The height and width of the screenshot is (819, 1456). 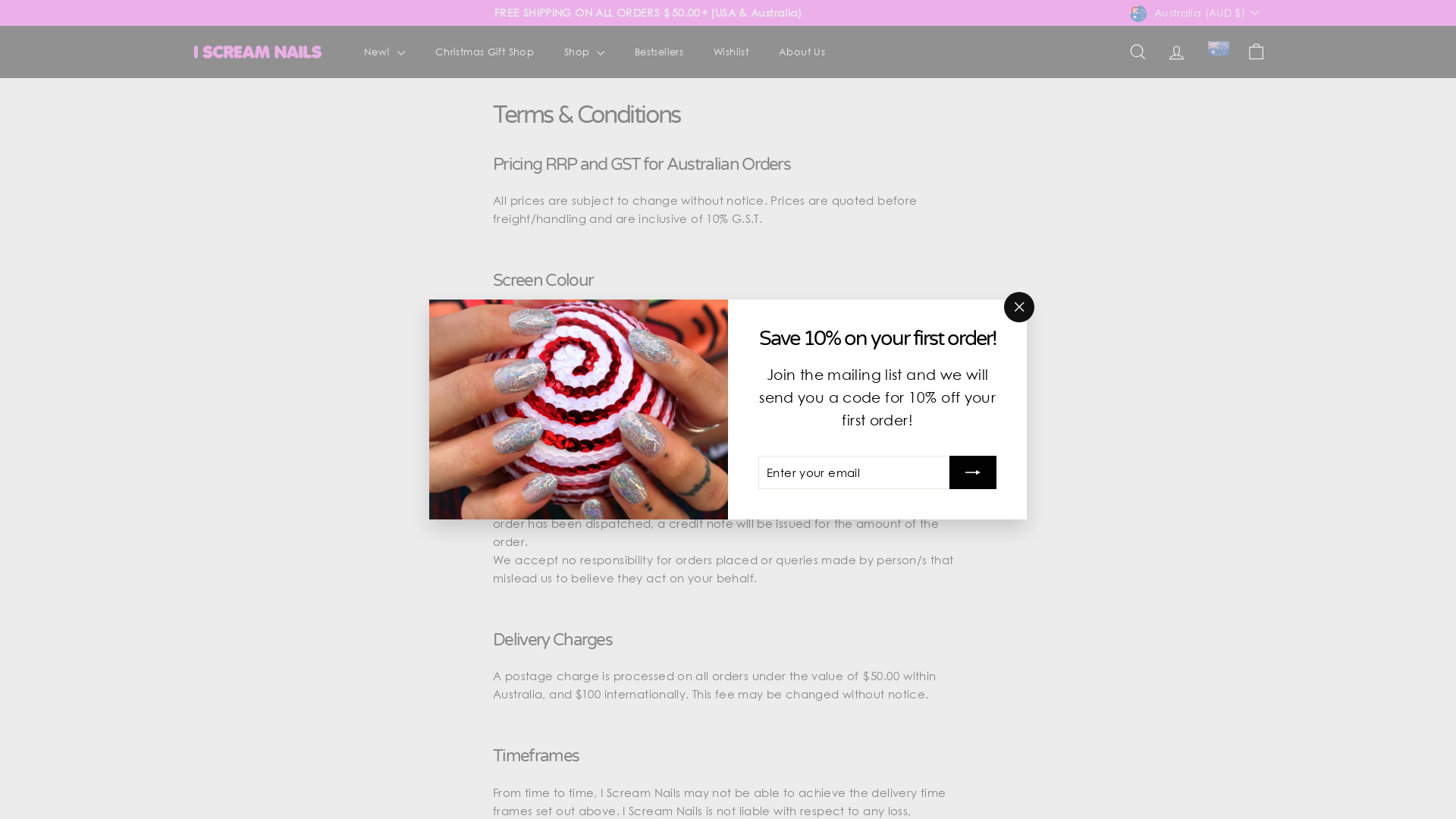 What do you see at coordinates (1019, 307) in the screenshot?
I see `'"Close (esc)"'` at bounding box center [1019, 307].